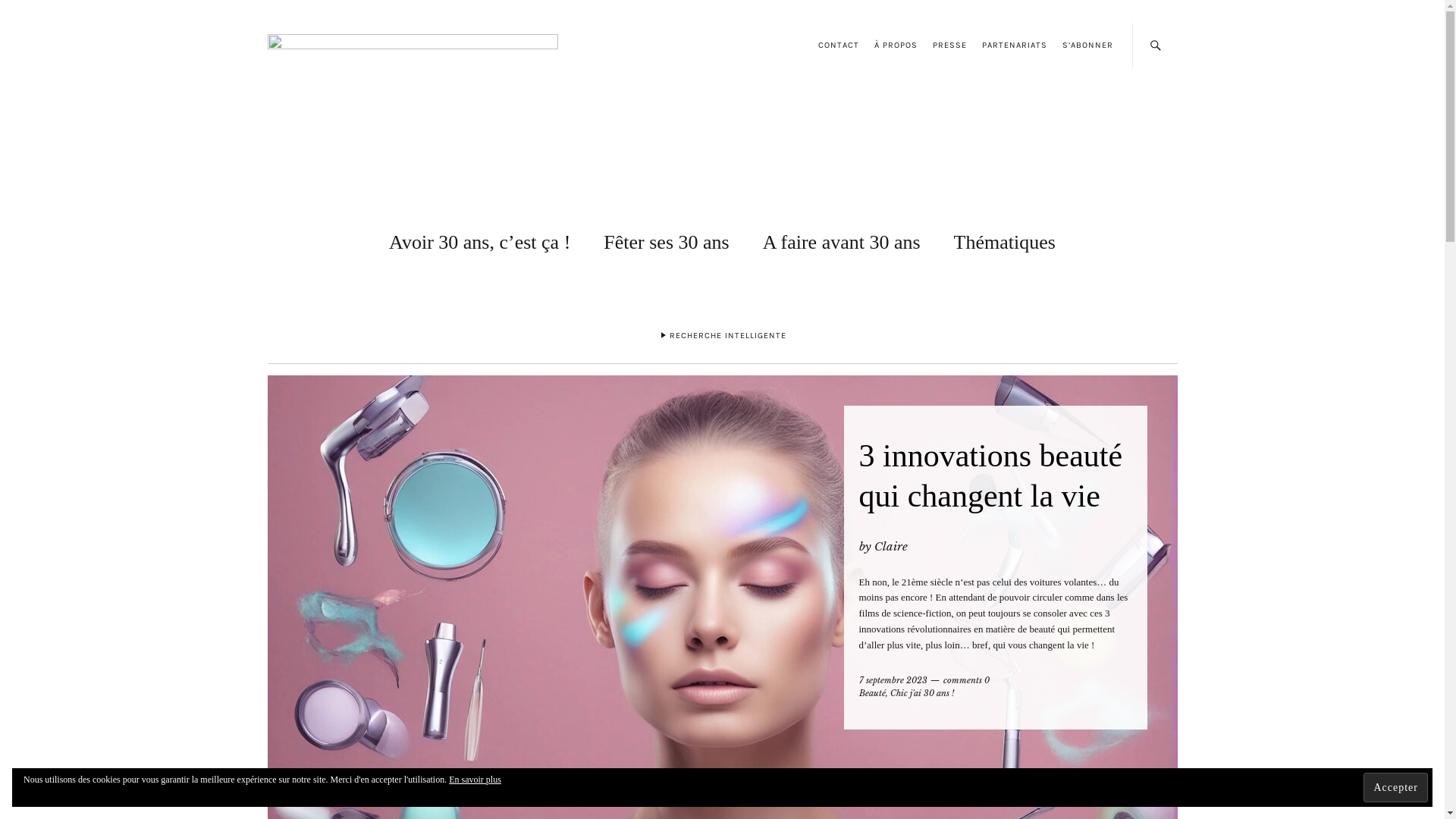 The image size is (1456, 819). Describe the element at coordinates (949, 44) in the screenshot. I see `'PRESSE'` at that location.